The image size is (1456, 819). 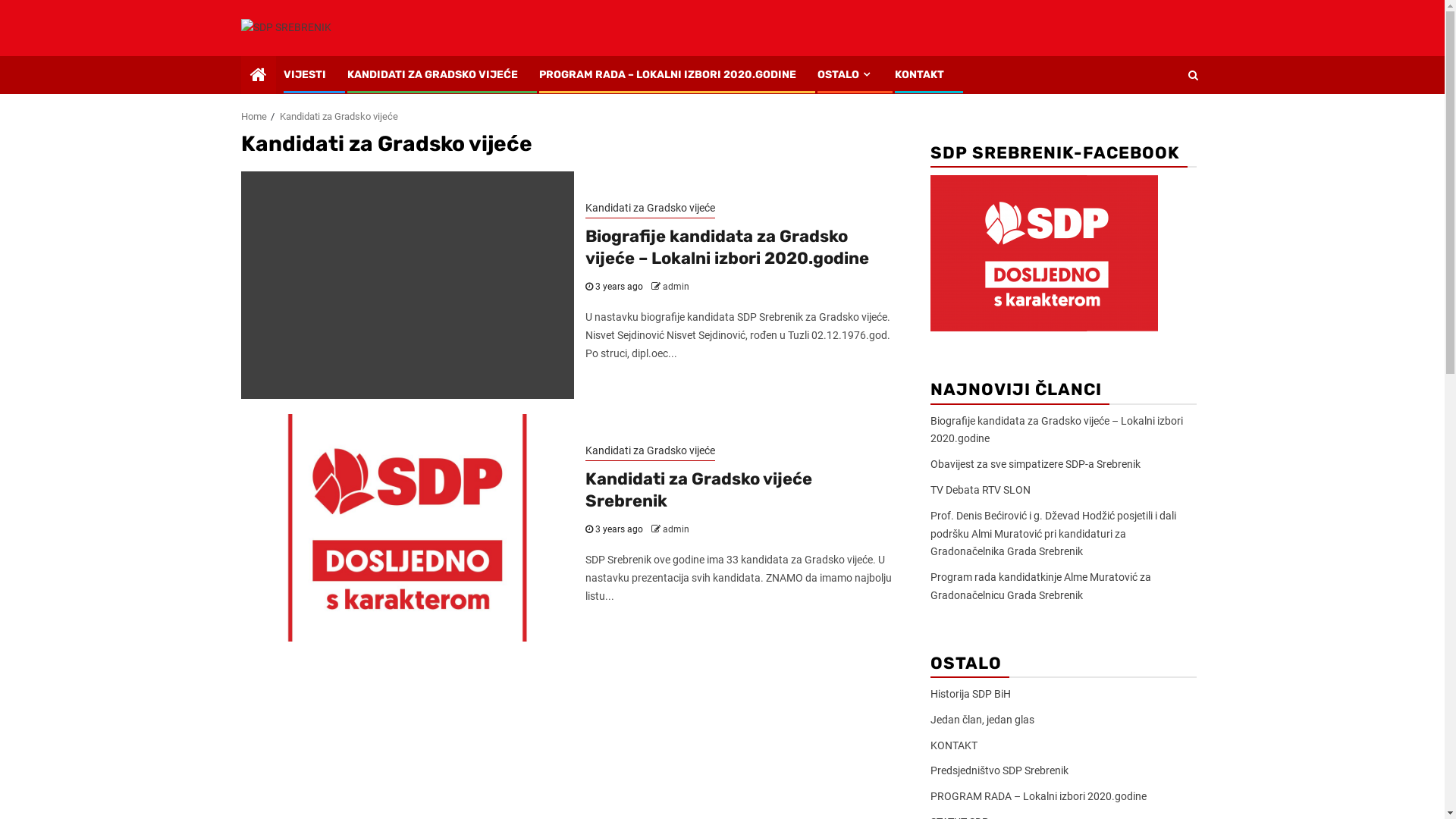 I want to click on 'Search', so click(x=1191, y=75).